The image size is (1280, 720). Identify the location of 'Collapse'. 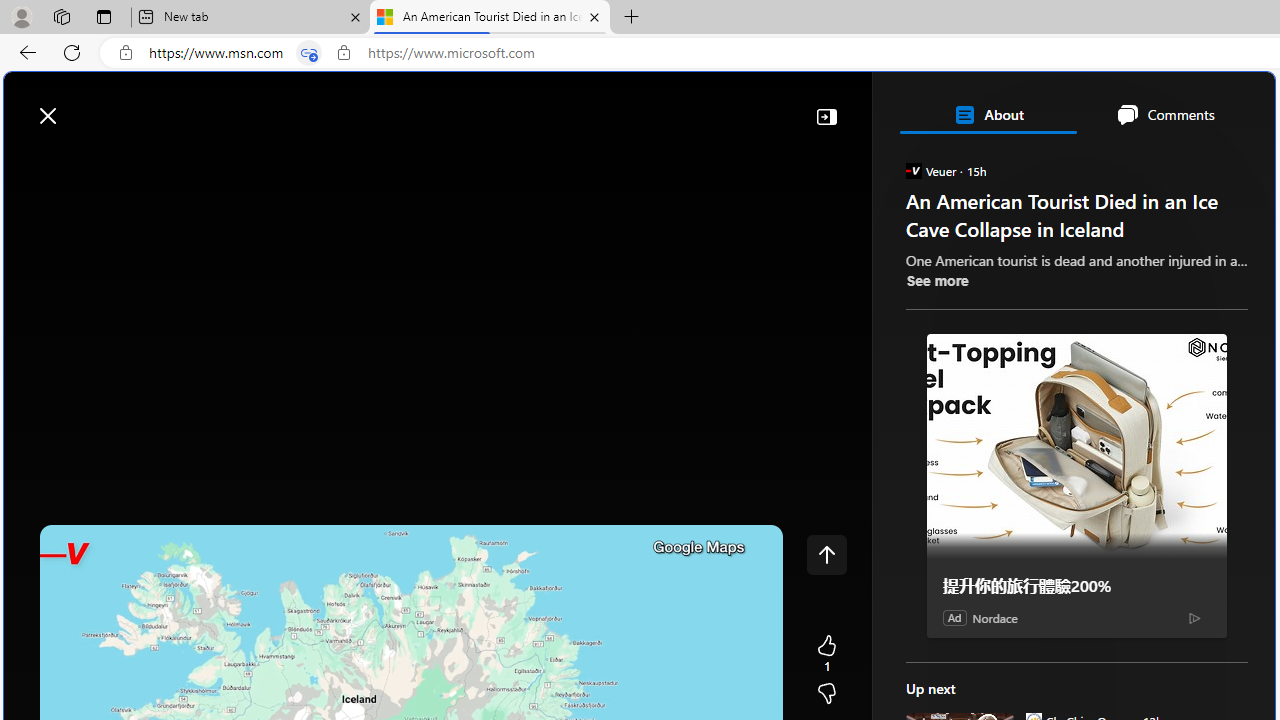
(826, 115).